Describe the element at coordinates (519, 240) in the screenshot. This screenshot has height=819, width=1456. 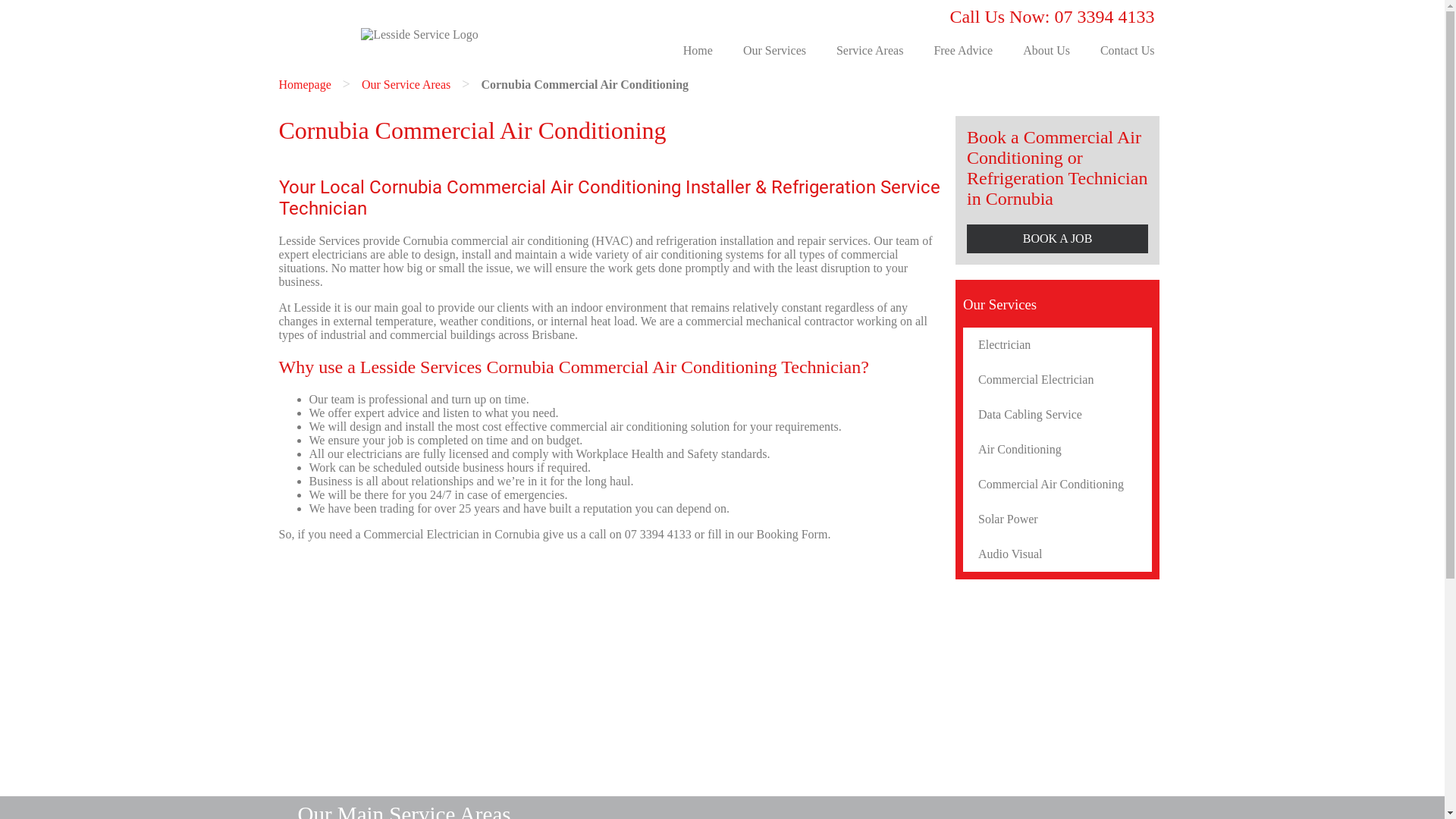
I see `'commercial air conditioning'` at that location.